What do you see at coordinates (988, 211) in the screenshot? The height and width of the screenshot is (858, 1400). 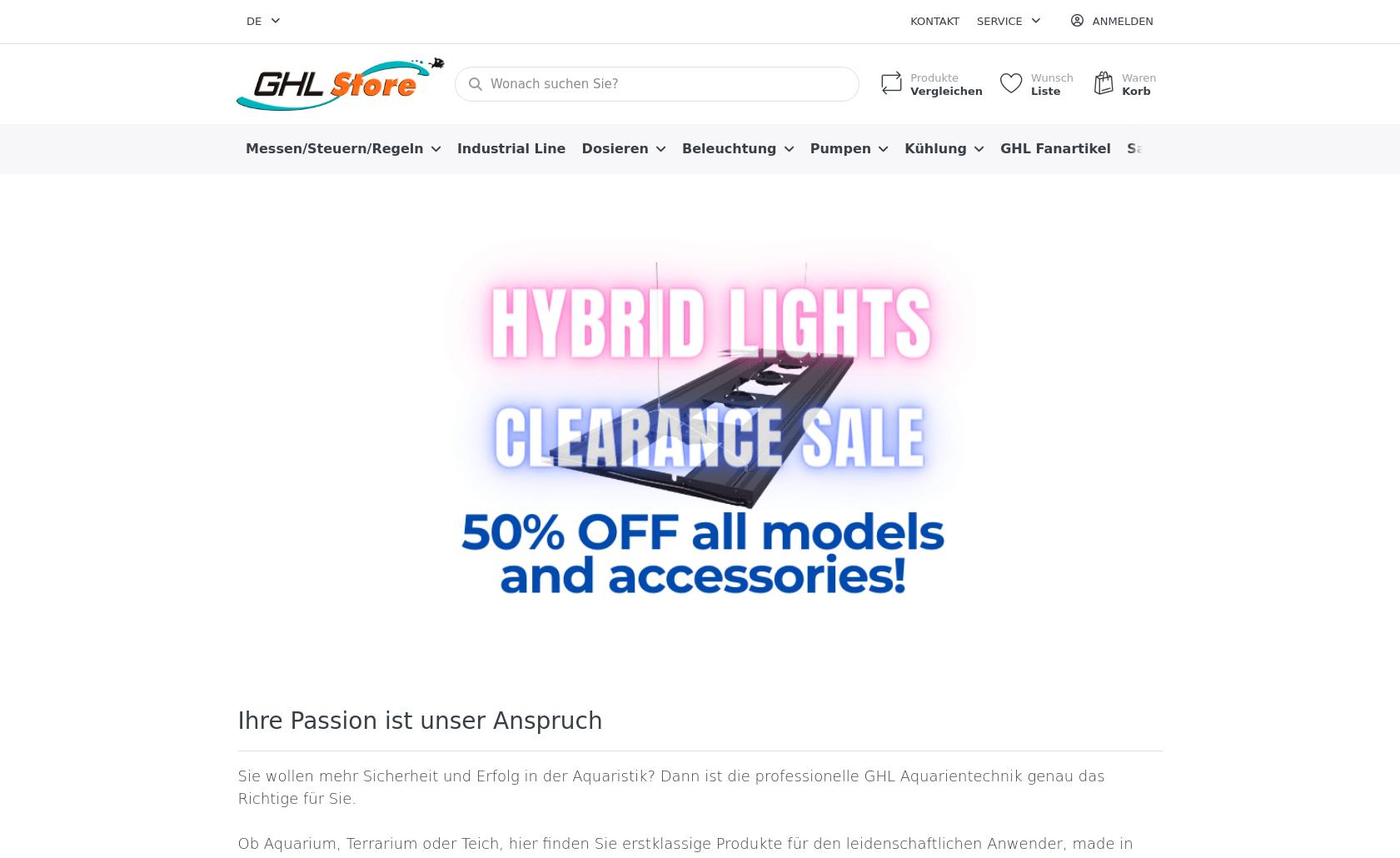 I see `'Allgemeine Geschäftsbedingungen'` at bounding box center [988, 211].